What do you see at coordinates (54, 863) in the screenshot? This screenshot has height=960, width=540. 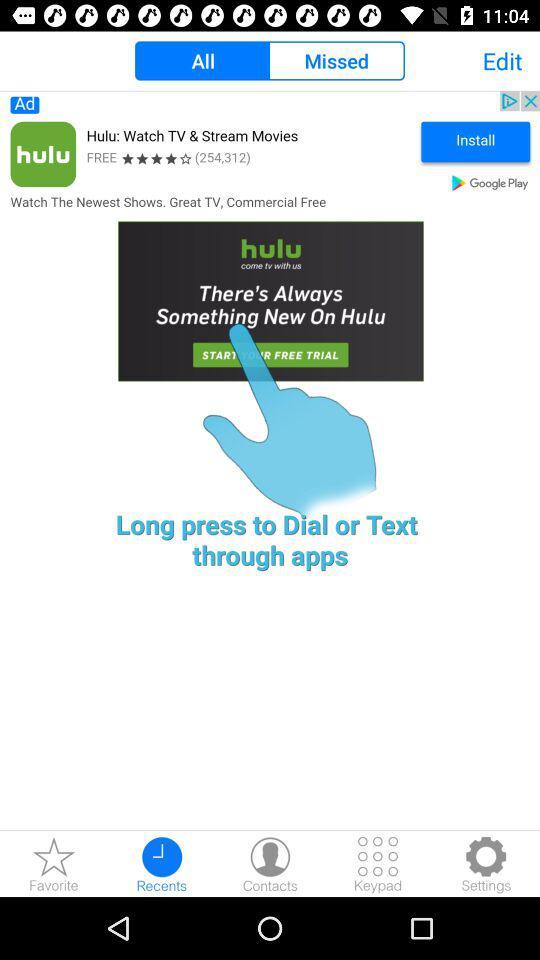 I see `mark for later use favorite` at bounding box center [54, 863].